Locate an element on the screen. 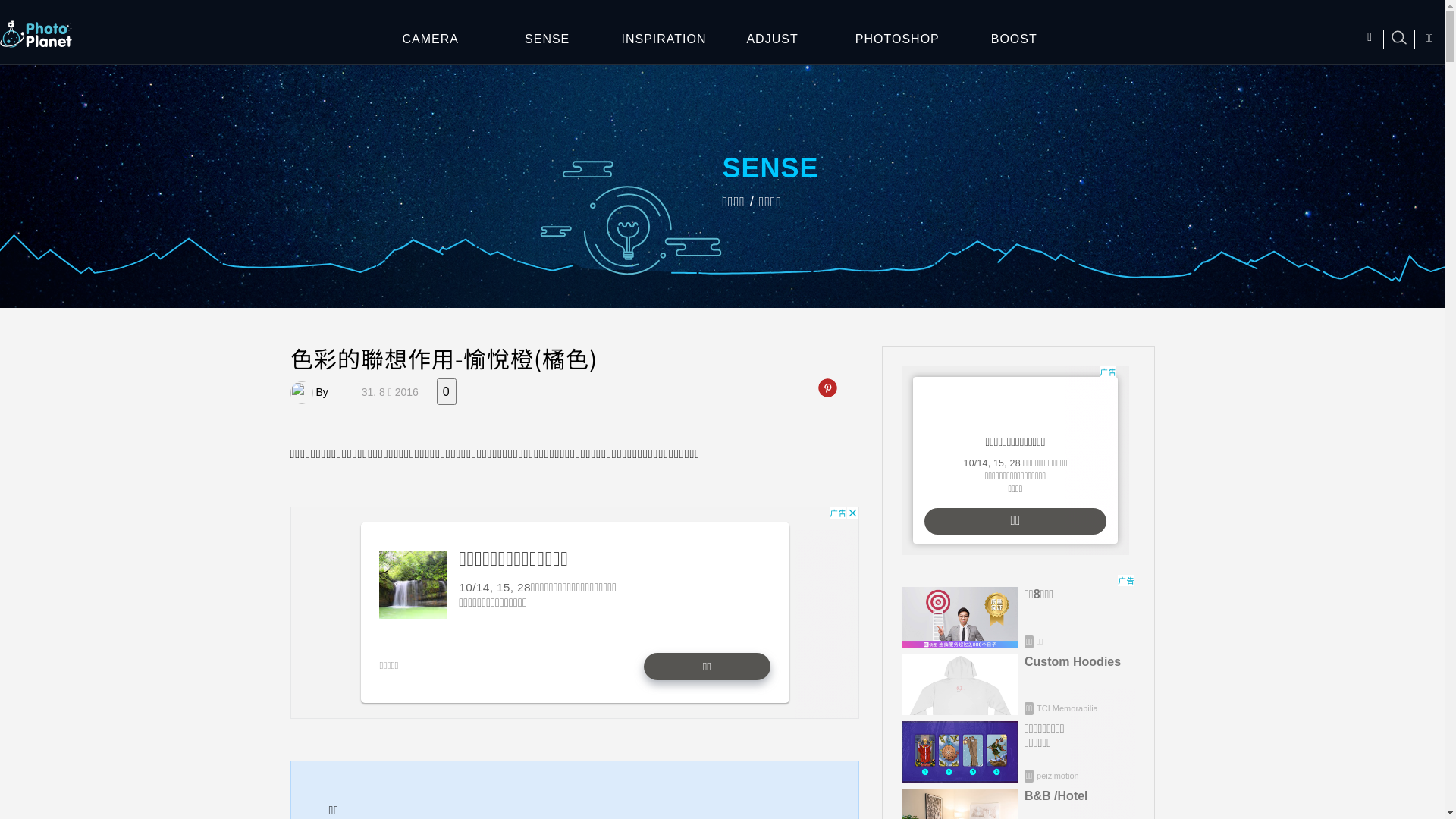 The image size is (1456, 819). 'Advertisement' is located at coordinates (1015, 459).